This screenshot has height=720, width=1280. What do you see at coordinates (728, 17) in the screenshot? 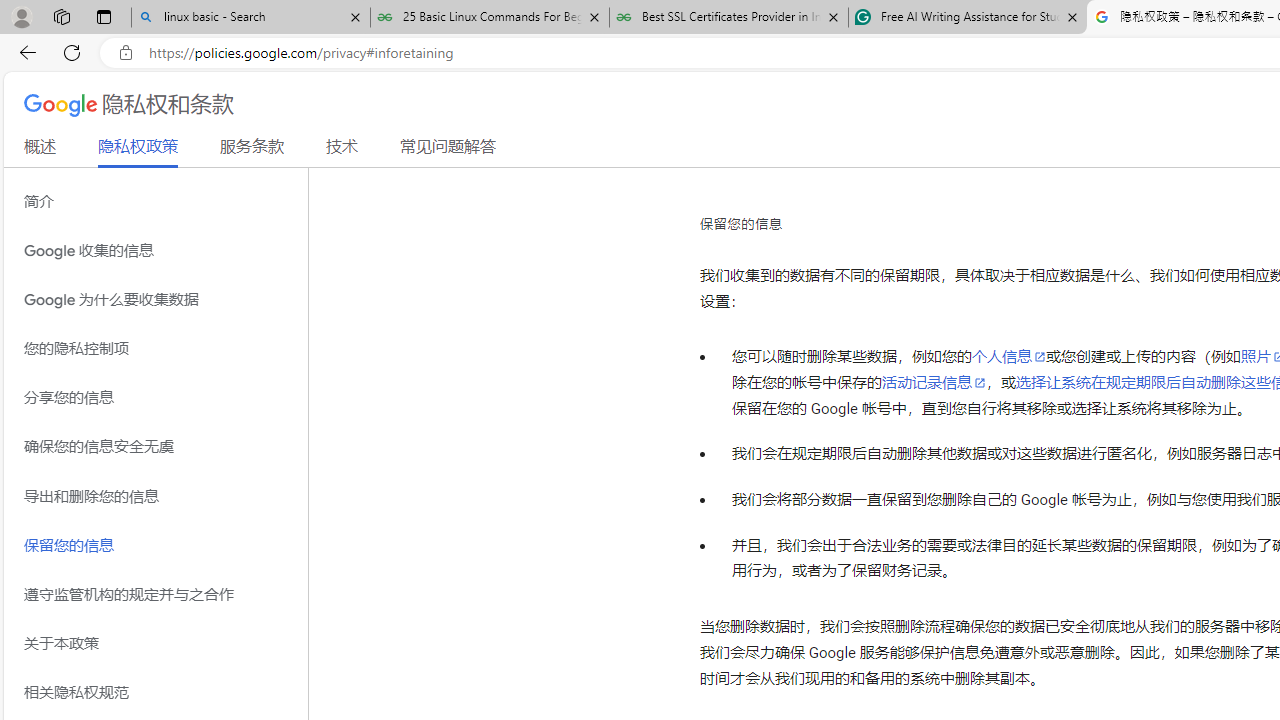
I see `'Best SSL Certificates Provider in India - GeeksforGeeks'` at bounding box center [728, 17].